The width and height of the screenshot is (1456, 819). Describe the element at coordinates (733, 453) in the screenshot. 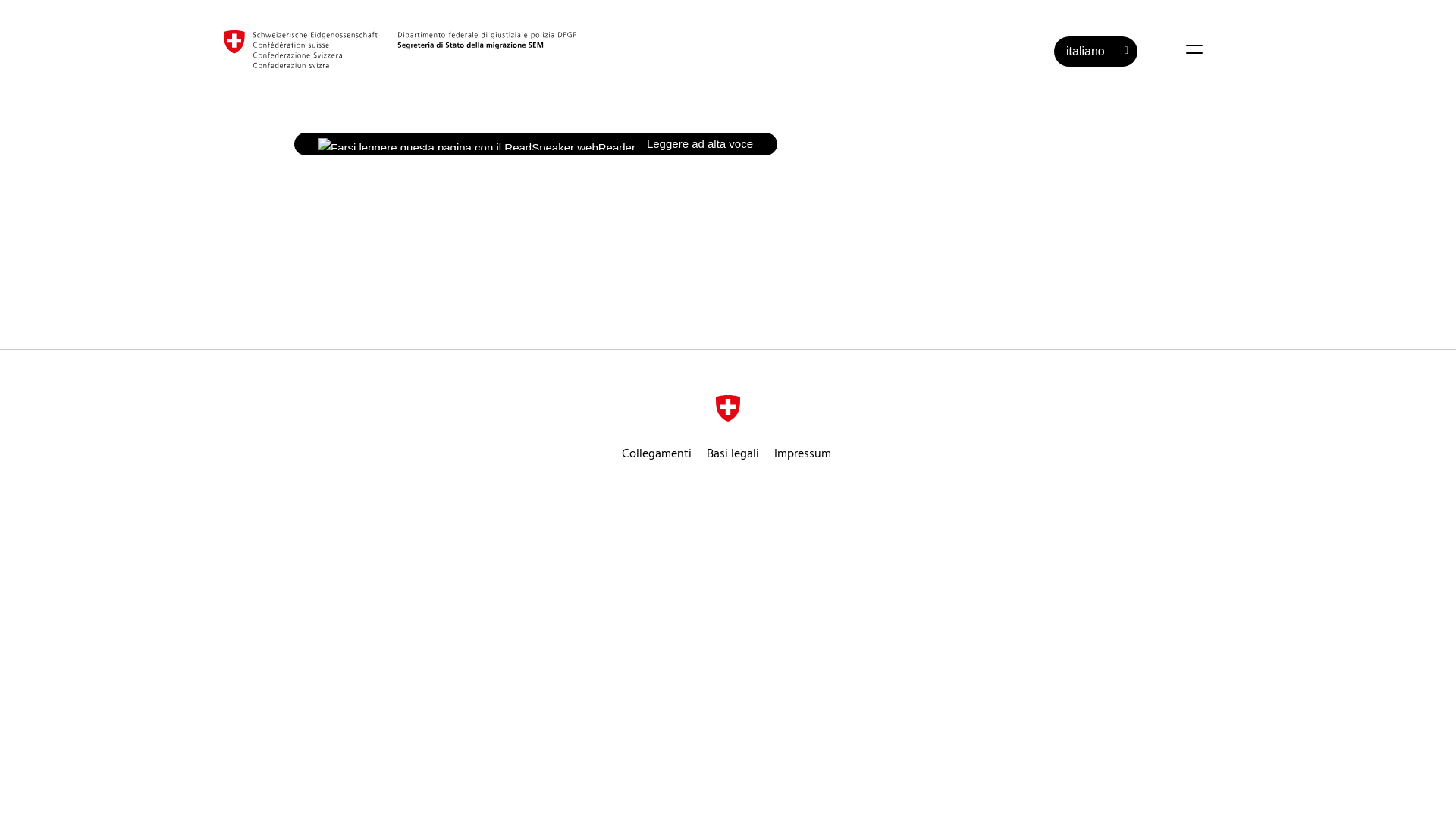

I see `'Basi legali'` at that location.